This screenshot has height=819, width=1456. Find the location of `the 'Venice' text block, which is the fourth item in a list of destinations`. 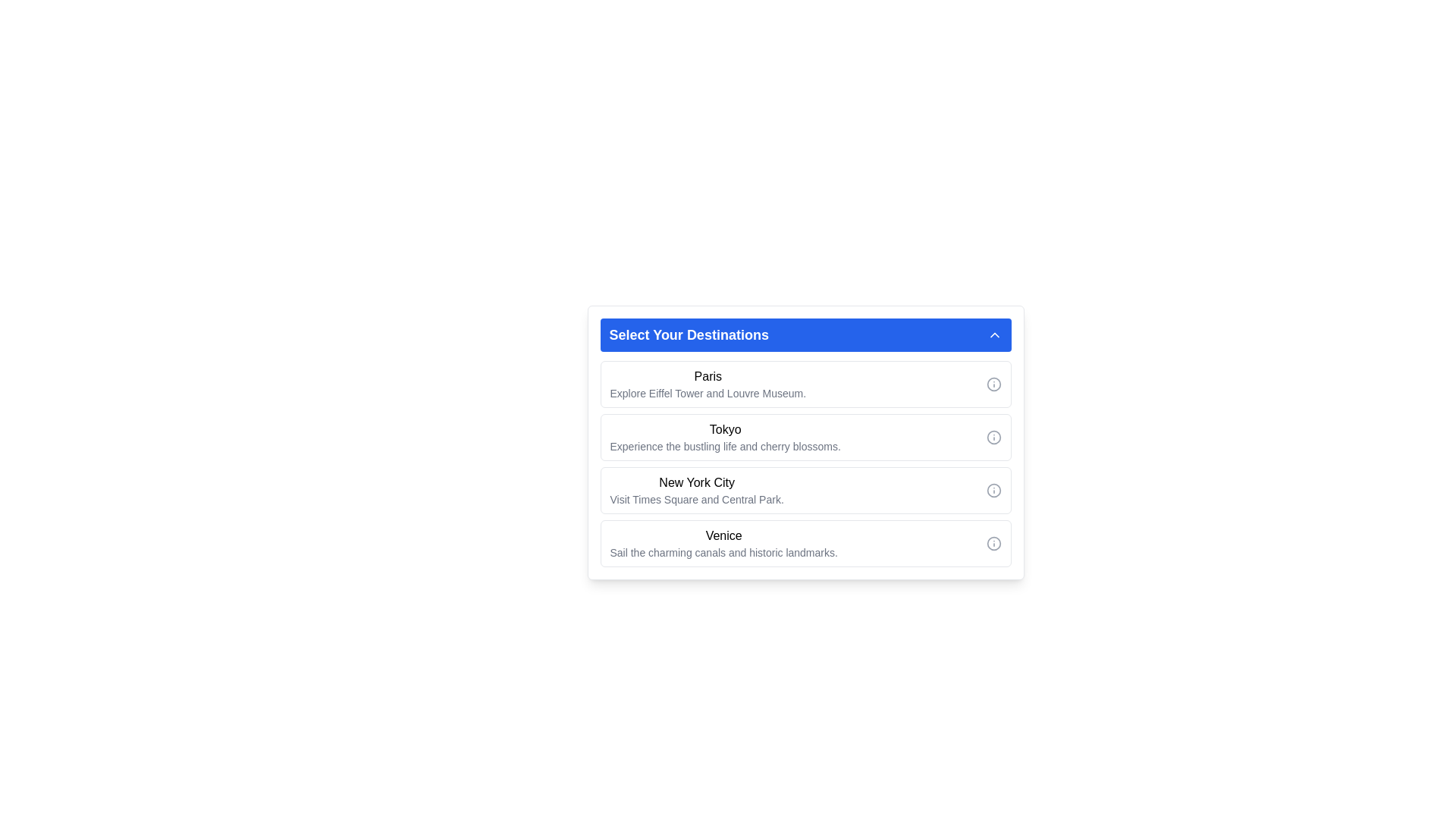

the 'Venice' text block, which is the fourth item in a list of destinations is located at coordinates (723, 543).